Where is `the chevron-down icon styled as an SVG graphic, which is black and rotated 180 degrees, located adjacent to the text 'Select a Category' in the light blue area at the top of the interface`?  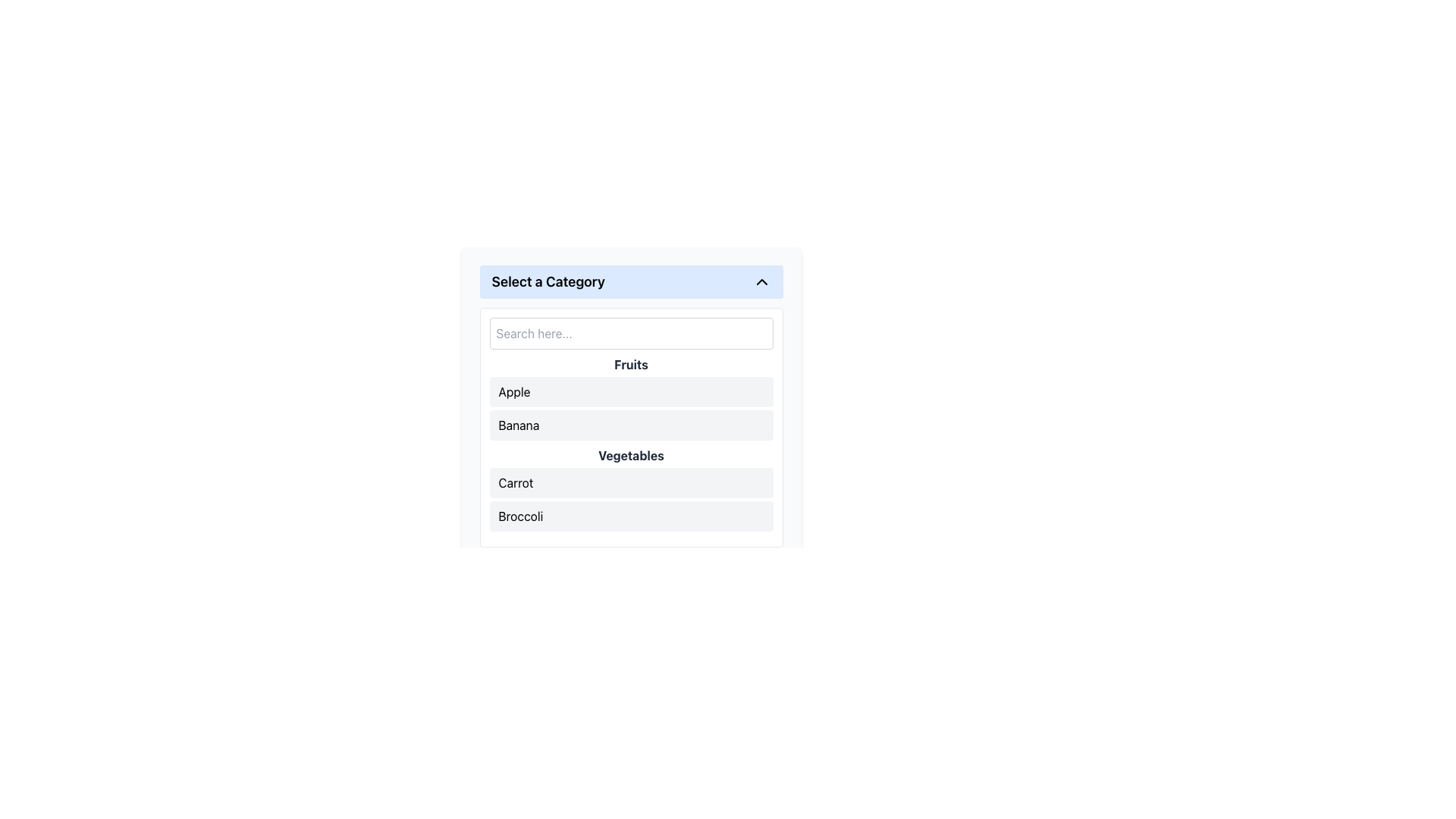 the chevron-down icon styled as an SVG graphic, which is black and rotated 180 degrees, located adjacent to the text 'Select a Category' in the light blue area at the top of the interface is located at coordinates (761, 281).